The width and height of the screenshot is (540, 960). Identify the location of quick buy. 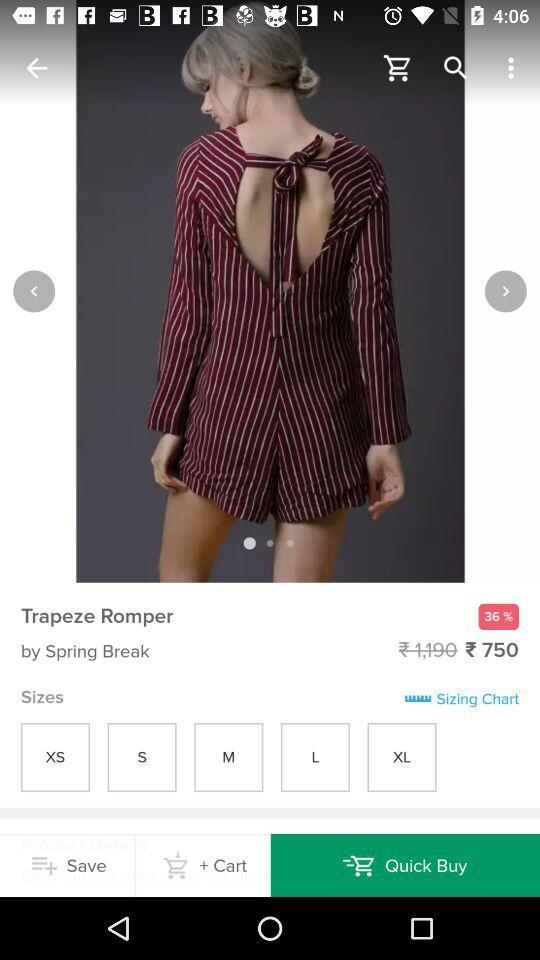
(405, 864).